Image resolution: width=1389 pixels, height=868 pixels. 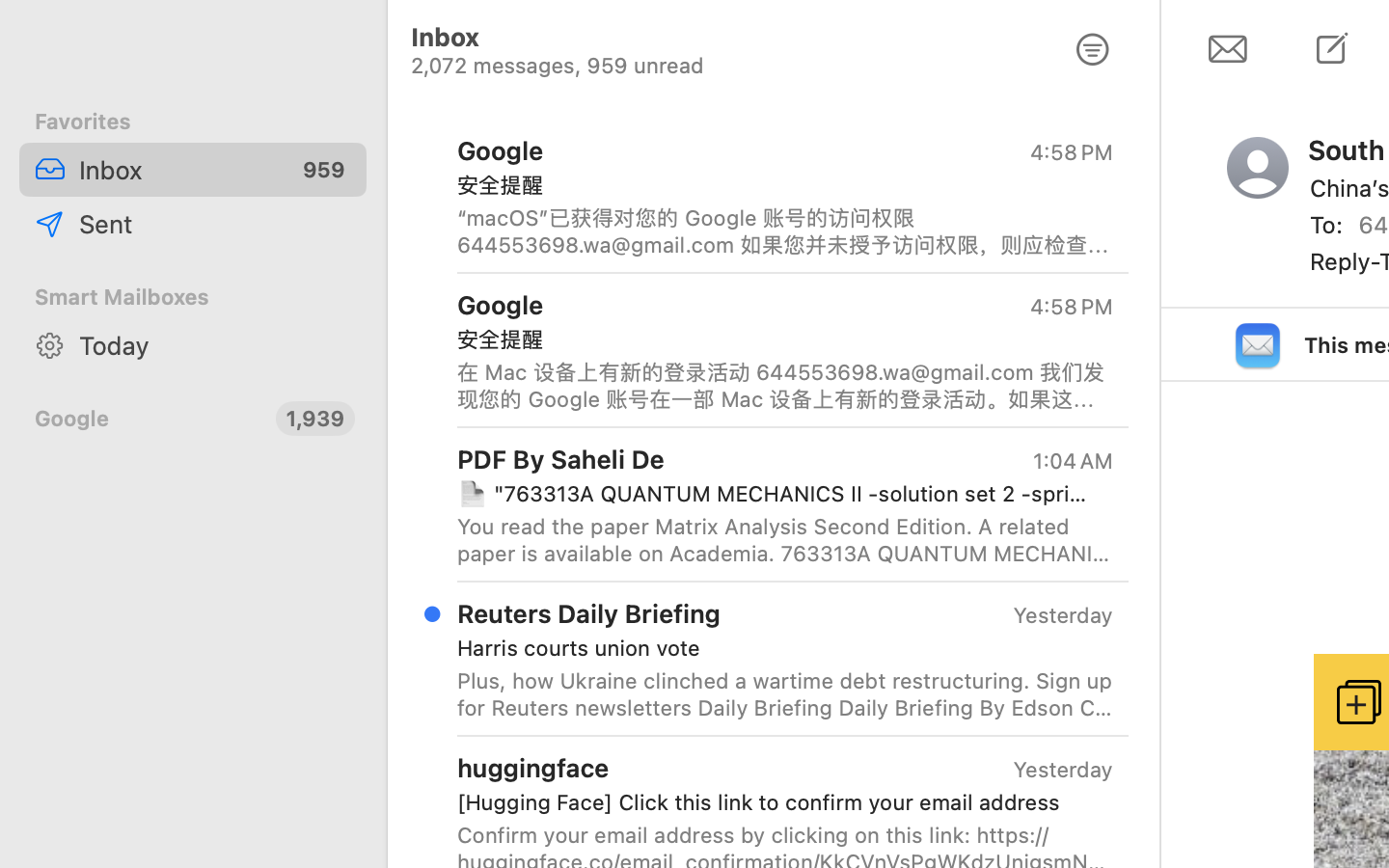 I want to click on '在 Mac 设备上有新的登录活动 644553698.wa@gmail.com 我们发现您的 Google 账号在一部 Mac 设备上有新的登录活动。如果这是您本人的操作，那么您无需采取任何行动。如果这不是您本人的操作，我们会帮助您保护您的账号。 查看活动 您也可以访问以下网址查看安全性活动： https://myaccount.google.com/notifications 我们向您发送这封电子邮件，目的是让您了解关于您的 Google 账号和服务的重大变化。 © 2024 Google LLC, 1600 Amphitheatre Parkway, Mountain View, CA 94043, USA', so click(x=785, y=385).